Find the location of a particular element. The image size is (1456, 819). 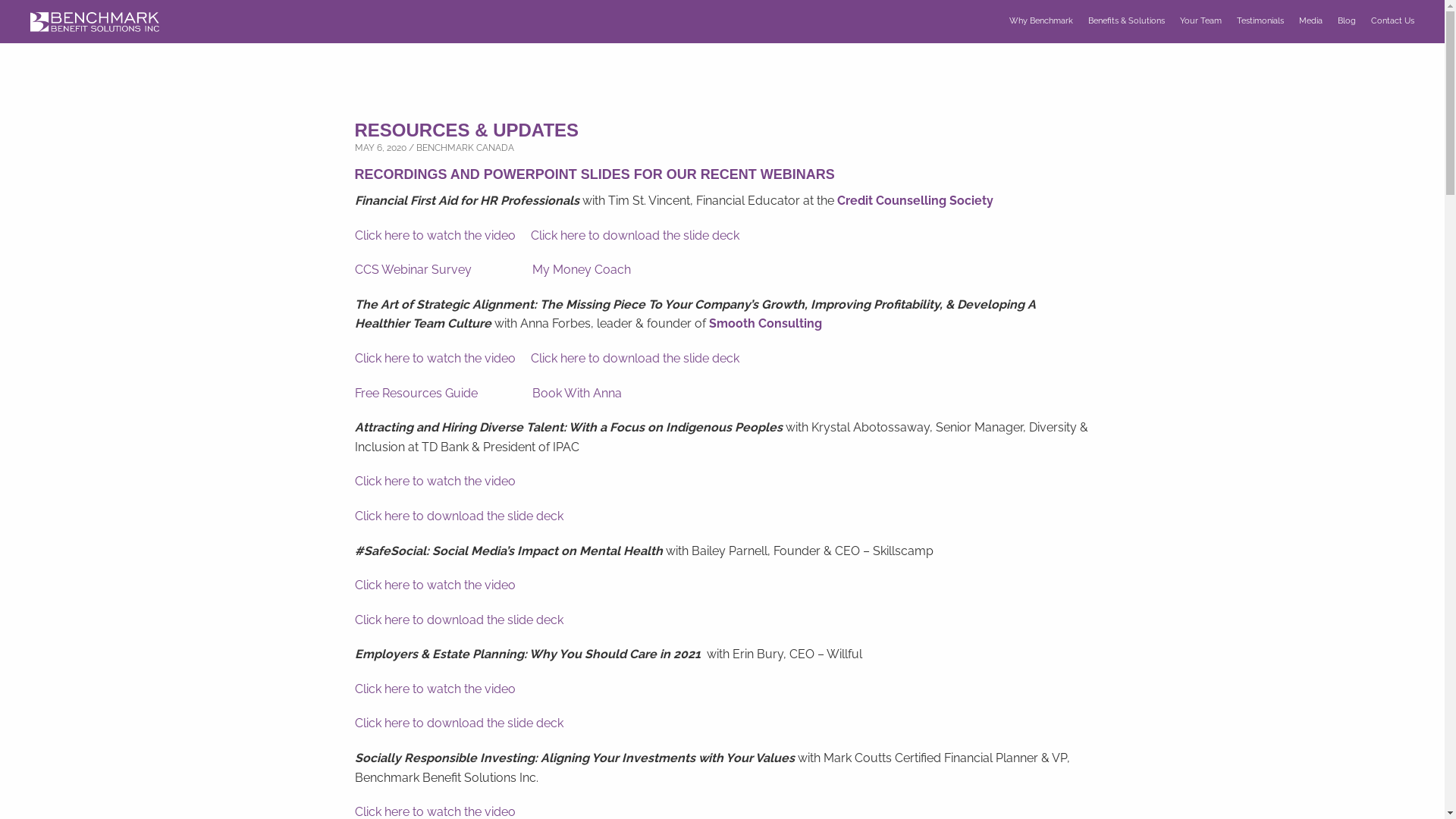

'Blog' is located at coordinates (1347, 20).